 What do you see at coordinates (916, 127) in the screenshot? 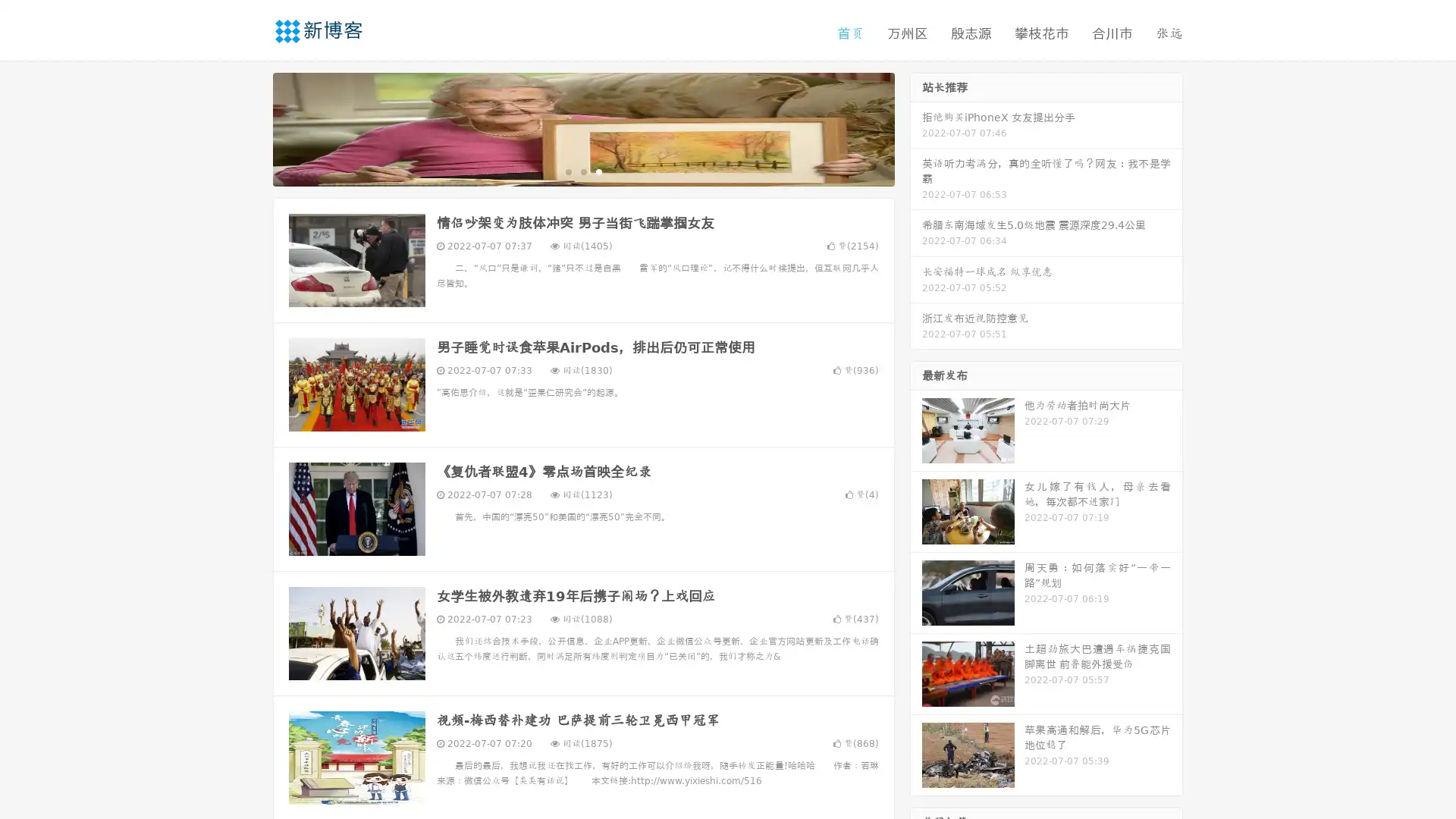
I see `Next slide` at bounding box center [916, 127].